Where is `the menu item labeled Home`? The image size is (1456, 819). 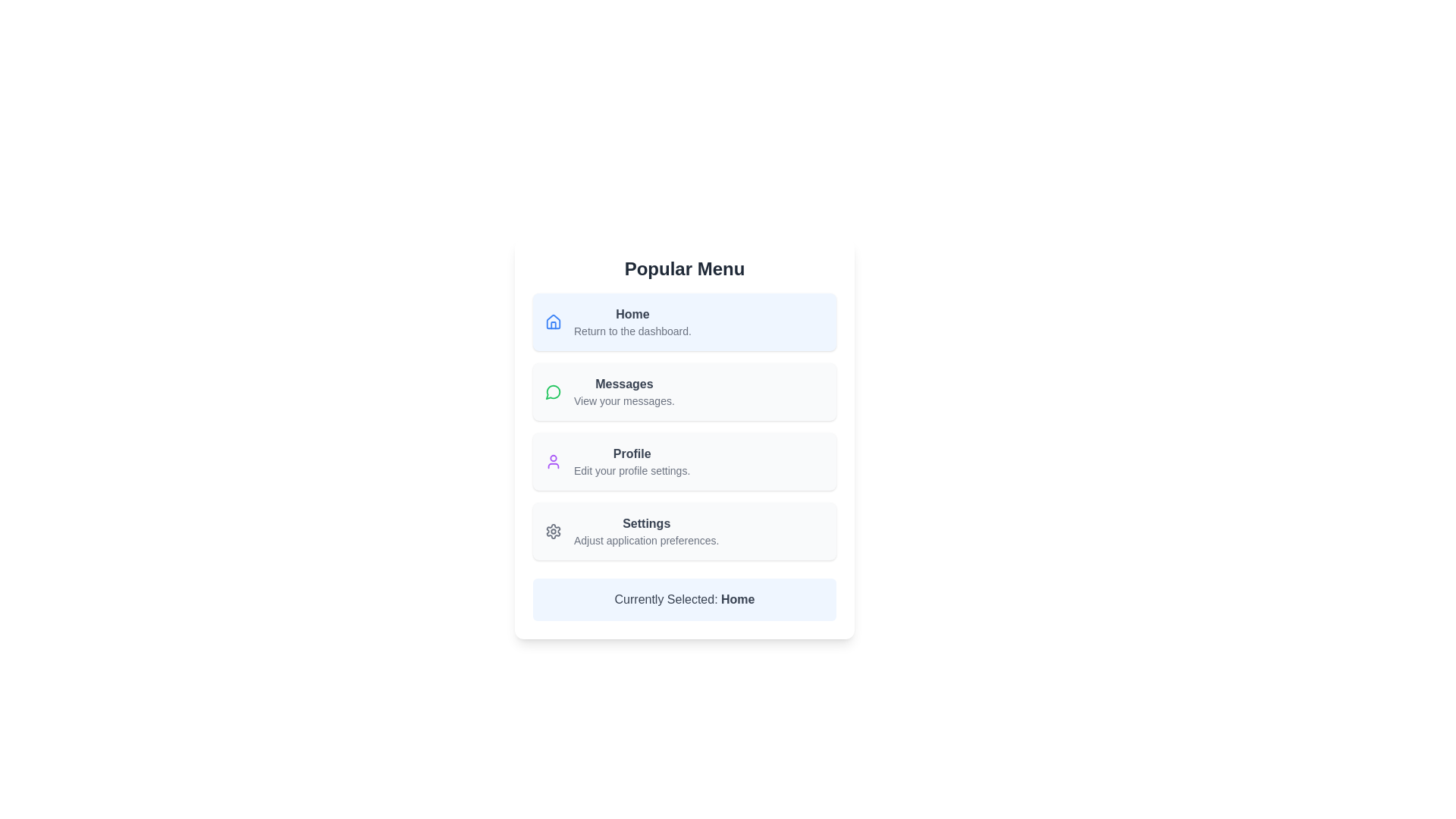 the menu item labeled Home is located at coordinates (632, 321).